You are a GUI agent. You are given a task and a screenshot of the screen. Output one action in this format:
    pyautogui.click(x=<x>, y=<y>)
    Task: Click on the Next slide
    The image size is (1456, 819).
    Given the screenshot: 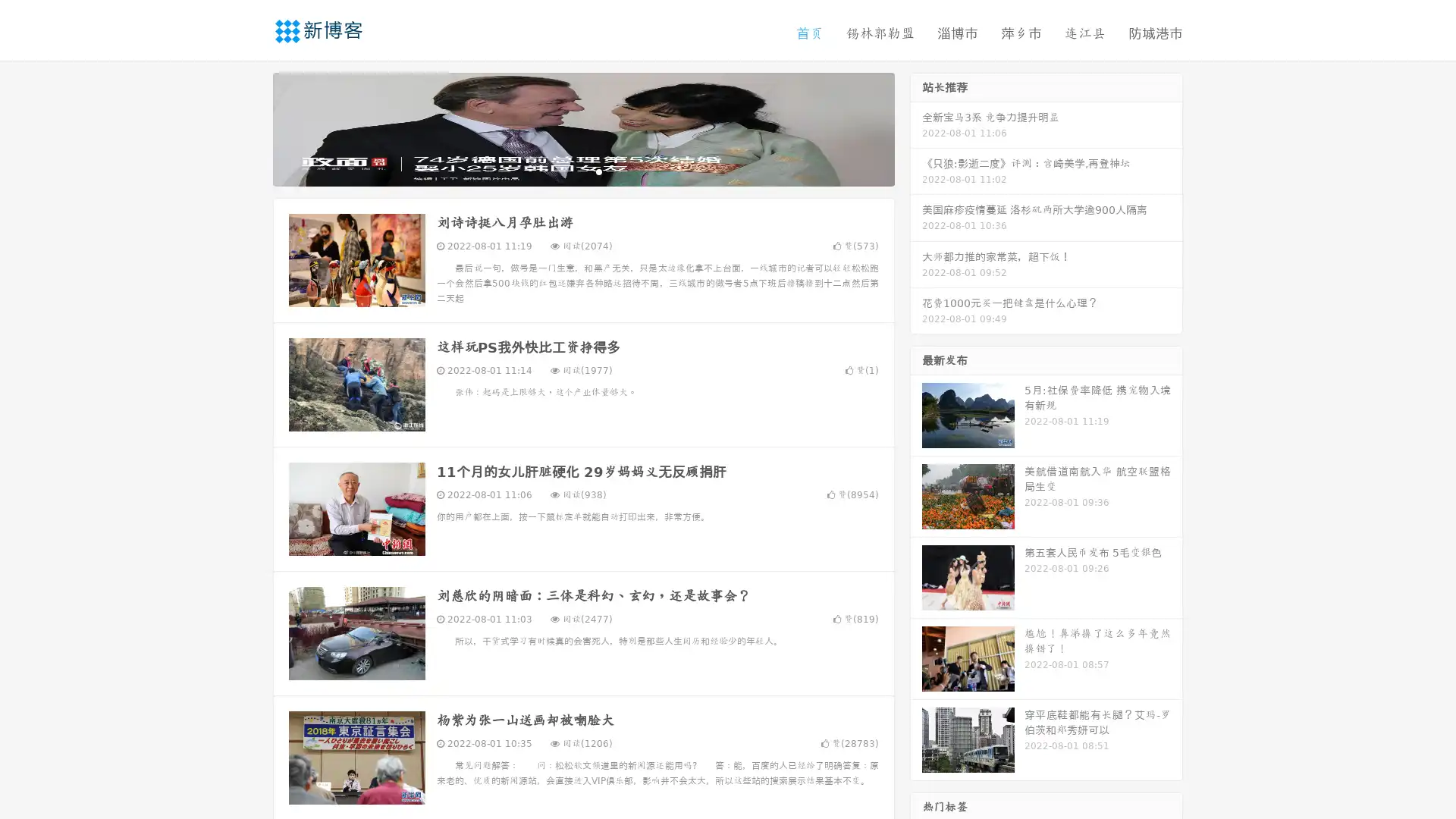 What is the action you would take?
    pyautogui.click(x=916, y=127)
    